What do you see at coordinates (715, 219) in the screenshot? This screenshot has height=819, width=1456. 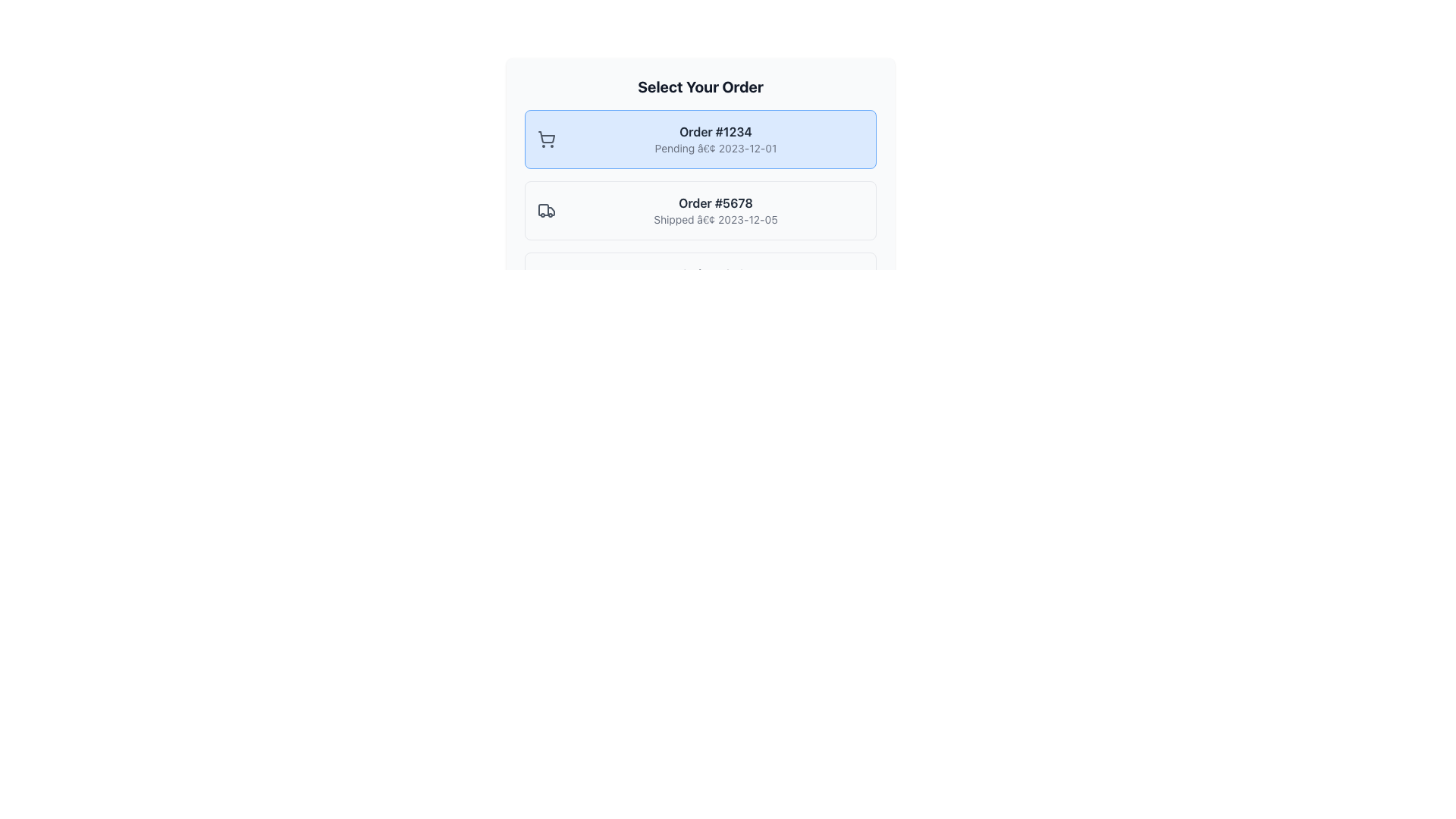 I see `the static text label displaying the shipping status 'Shipped' and the date '2023-12-05' for Order #5678, which is located under the title 'Order #5678'` at bounding box center [715, 219].